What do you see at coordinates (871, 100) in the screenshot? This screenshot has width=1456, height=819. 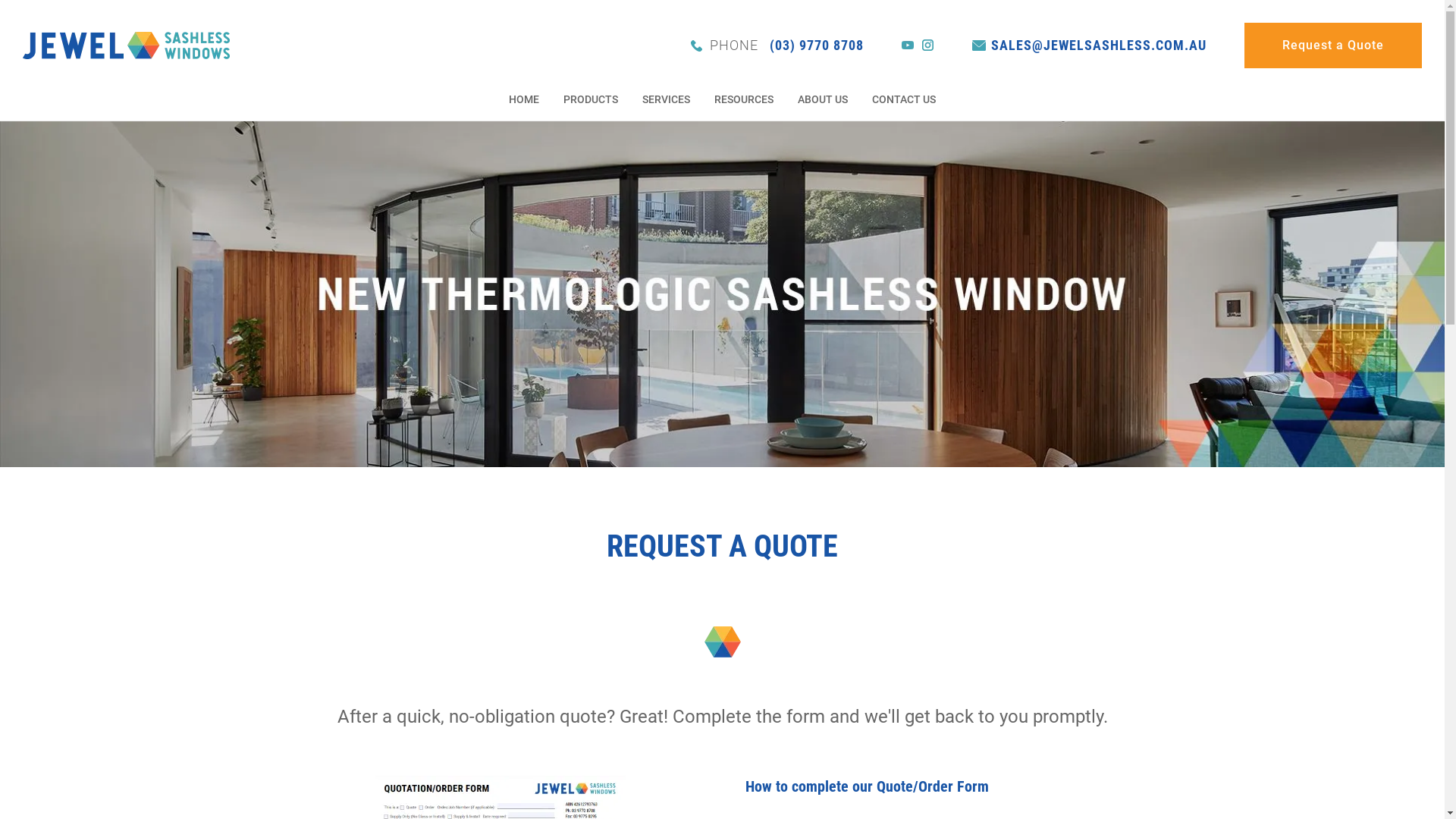 I see `'CONTACT US'` at bounding box center [871, 100].